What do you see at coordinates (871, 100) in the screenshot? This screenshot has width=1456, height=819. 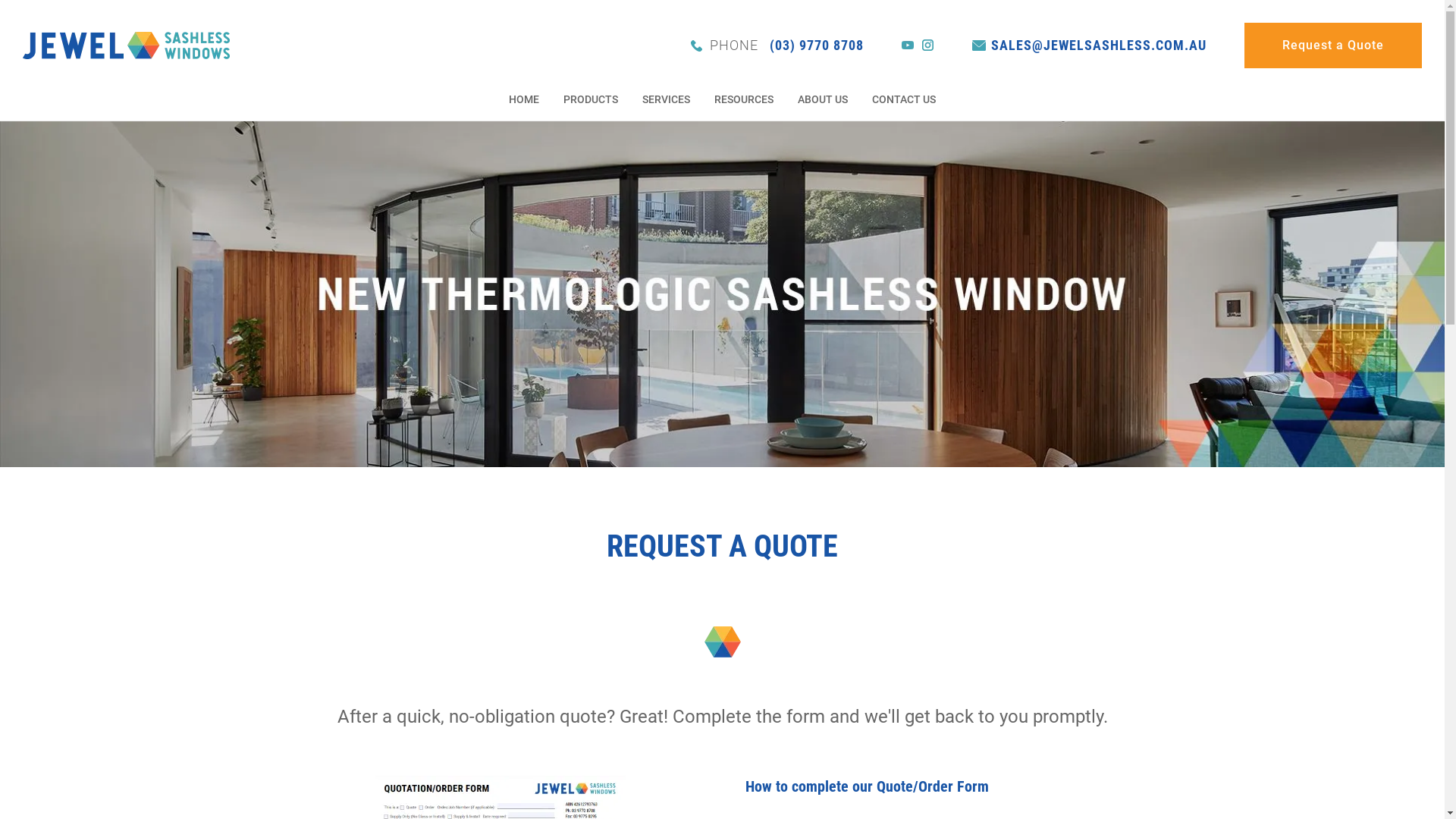 I see `'CONTACT US'` at bounding box center [871, 100].